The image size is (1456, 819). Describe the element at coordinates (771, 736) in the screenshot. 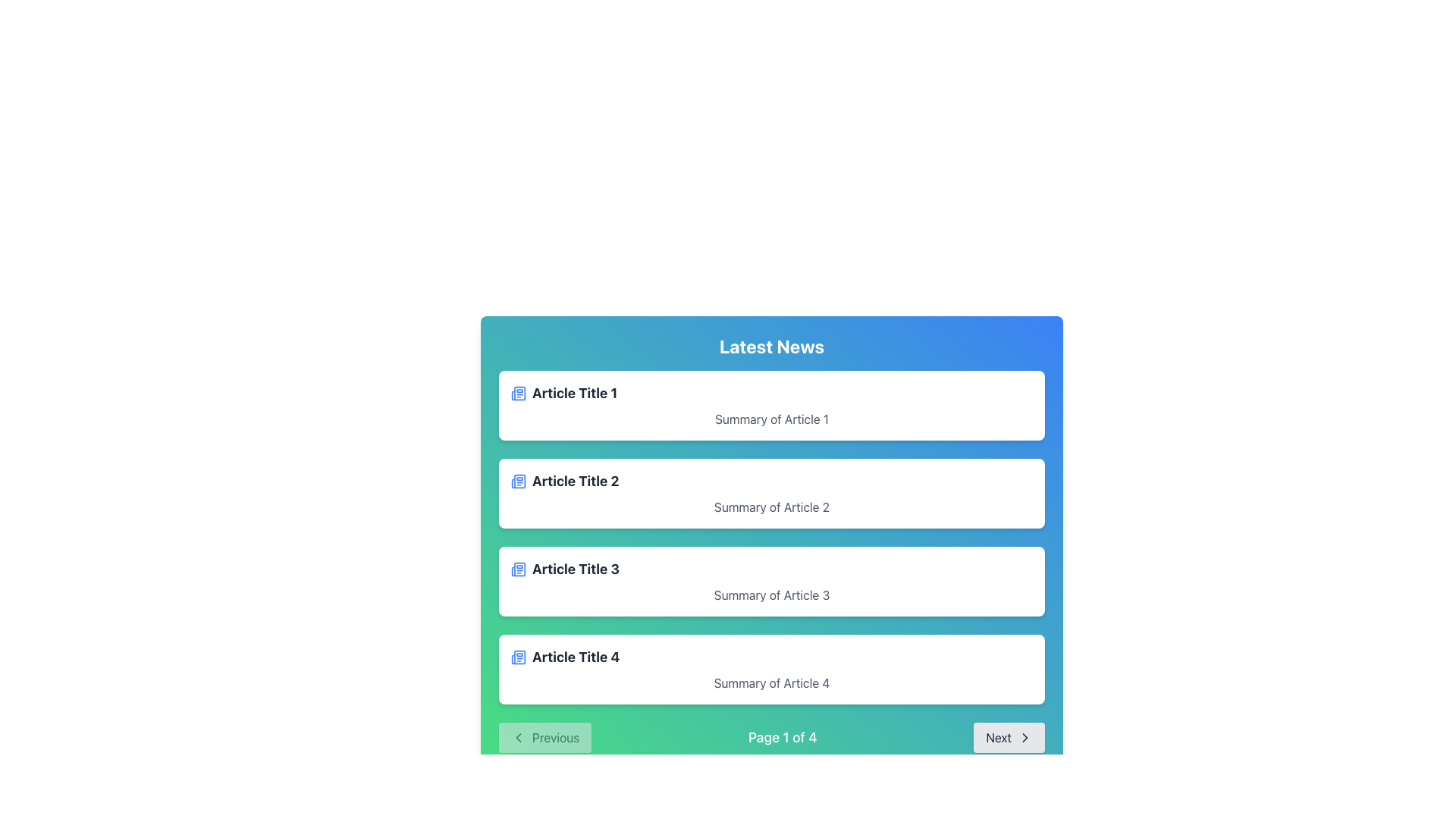

I see `current page information from the Pagination Component located at the bottom of the 'Latest News' section, which spans horizontally between the 'Previous' and 'Next' buttons` at that location.